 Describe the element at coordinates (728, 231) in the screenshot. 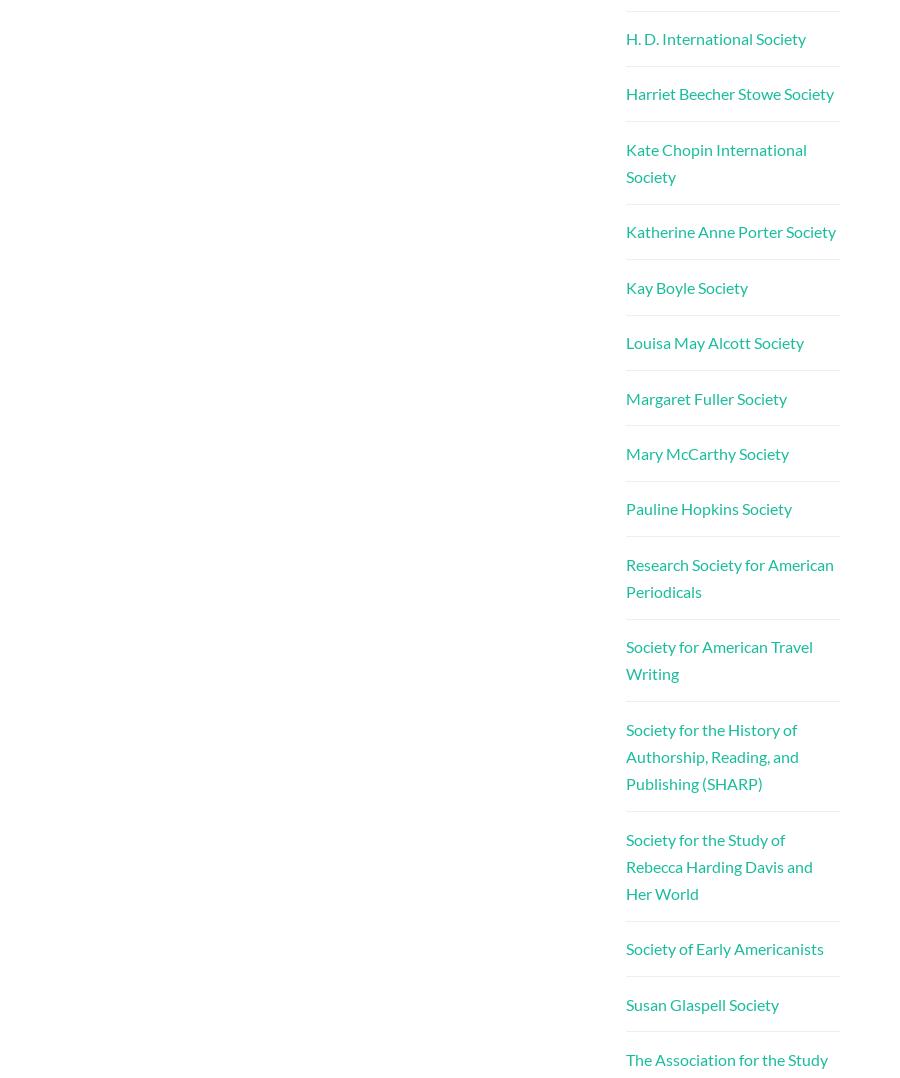

I see `'Katherine Anne Porter Society'` at that location.